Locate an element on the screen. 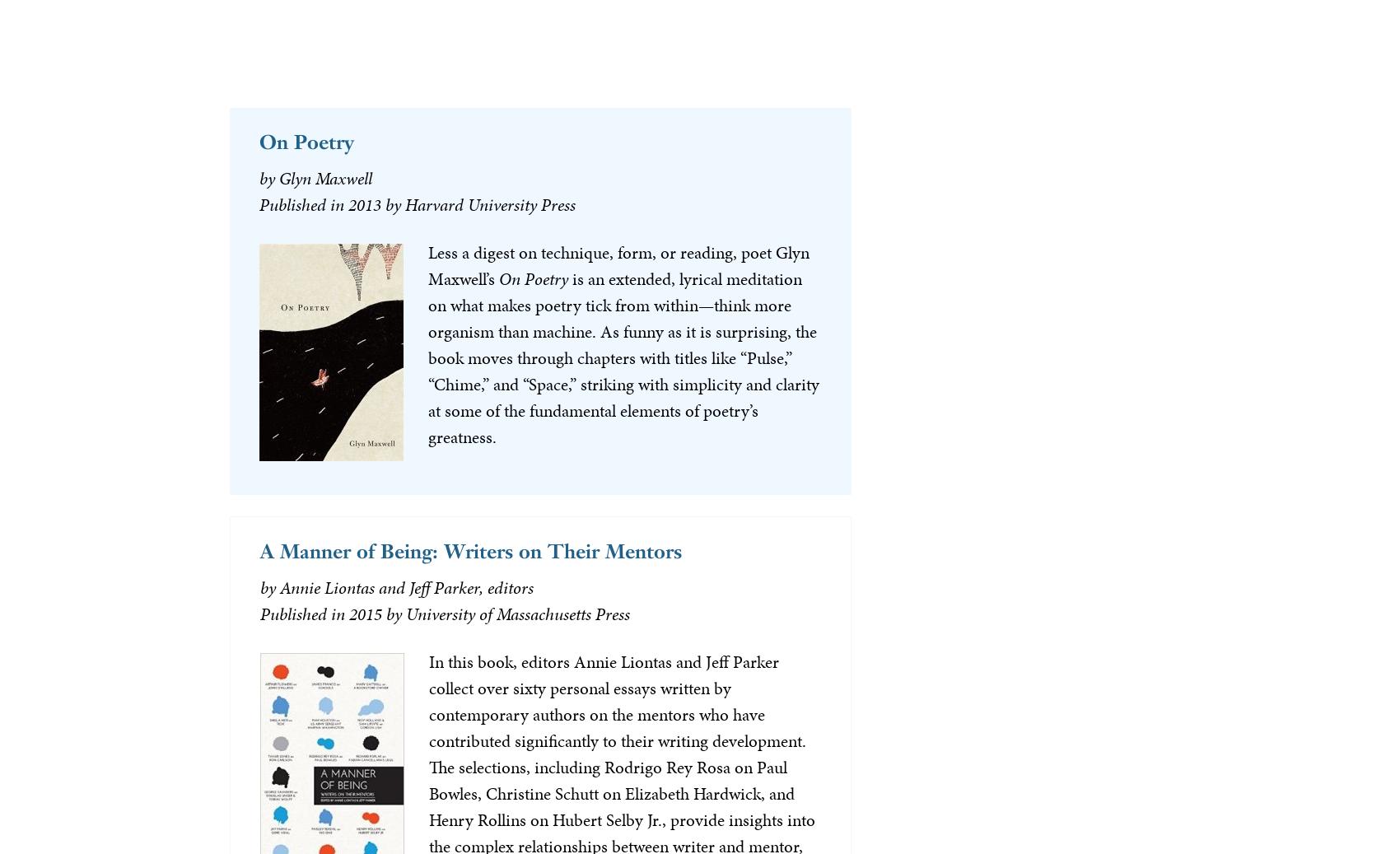  'Less a digest on technique, form, or reading, poet Glyn Maxwell’s' is located at coordinates (617, 264).